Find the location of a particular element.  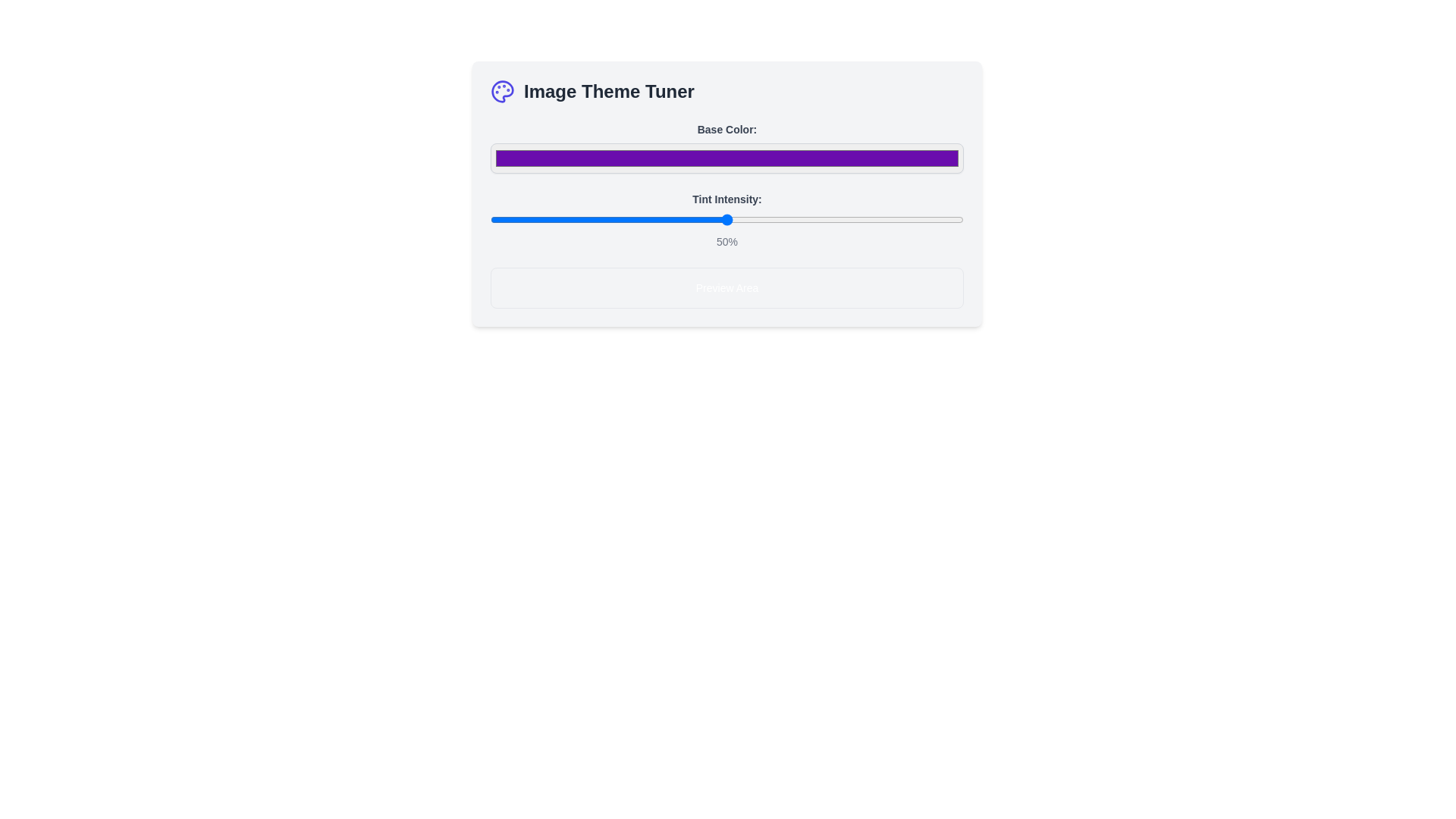

the Tint Intensity is located at coordinates (869, 219).